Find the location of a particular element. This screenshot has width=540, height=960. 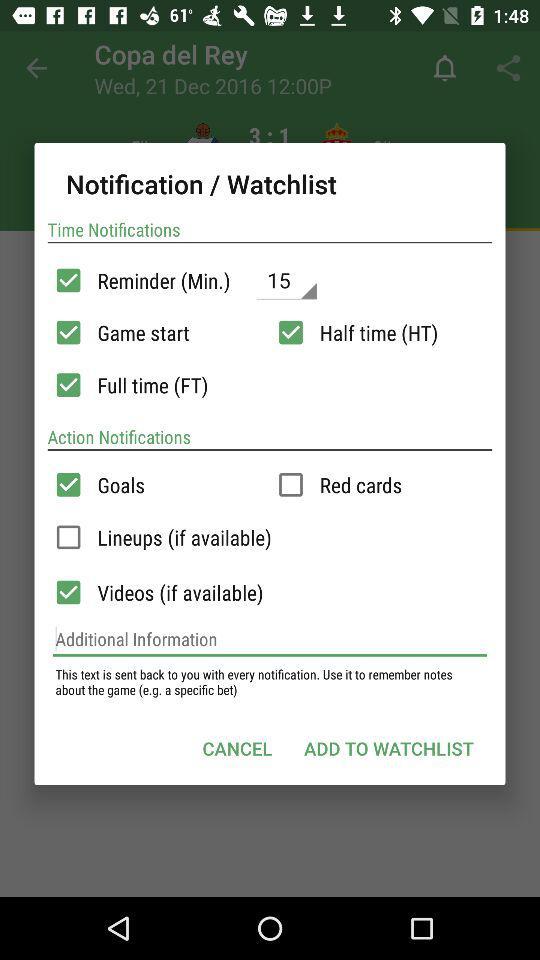

check the box is located at coordinates (290, 483).